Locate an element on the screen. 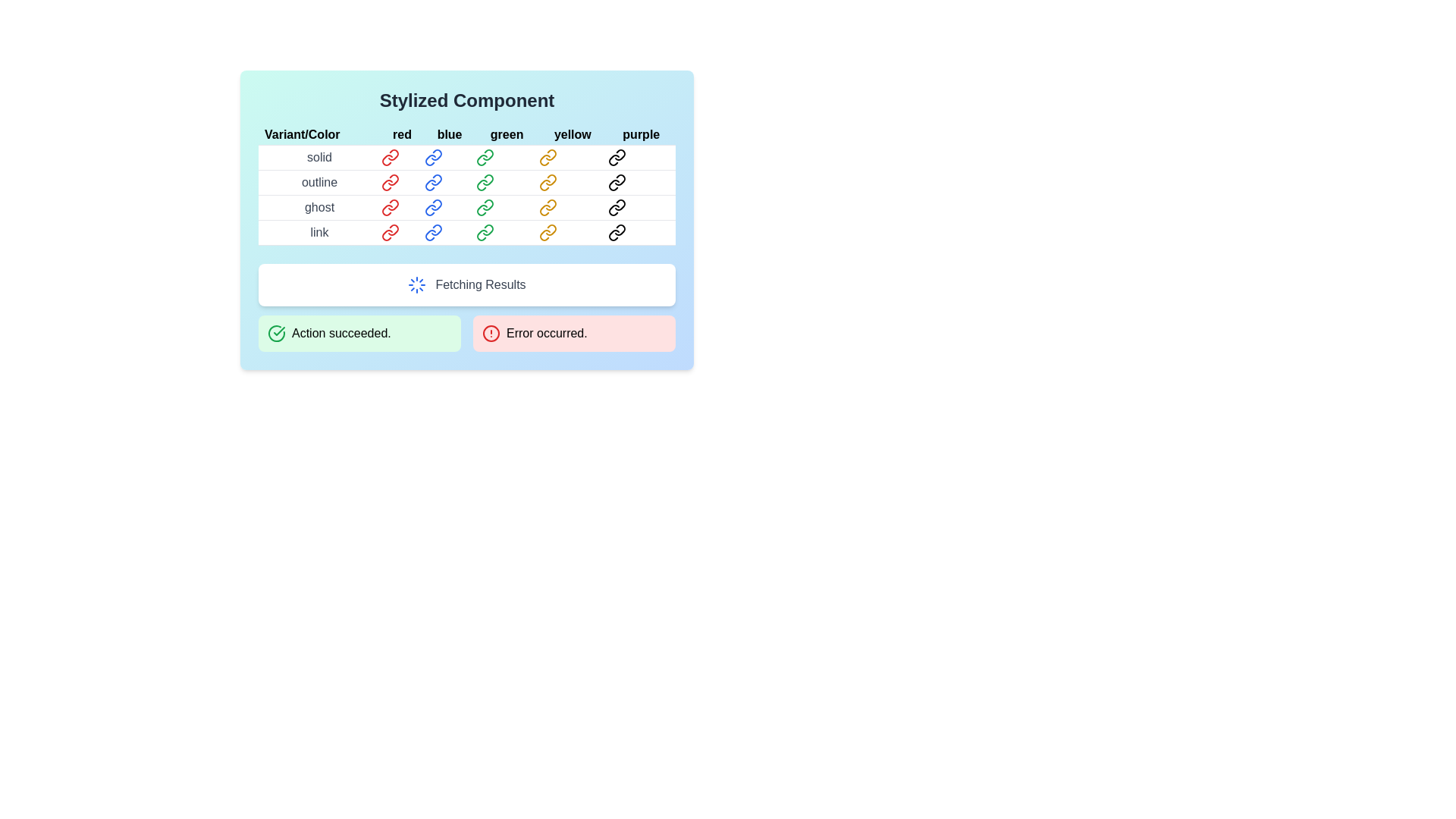 This screenshot has height=819, width=1456. the interactive links in the second row of the table labeled 'outline' to trigger additional effects is located at coordinates (466, 194).